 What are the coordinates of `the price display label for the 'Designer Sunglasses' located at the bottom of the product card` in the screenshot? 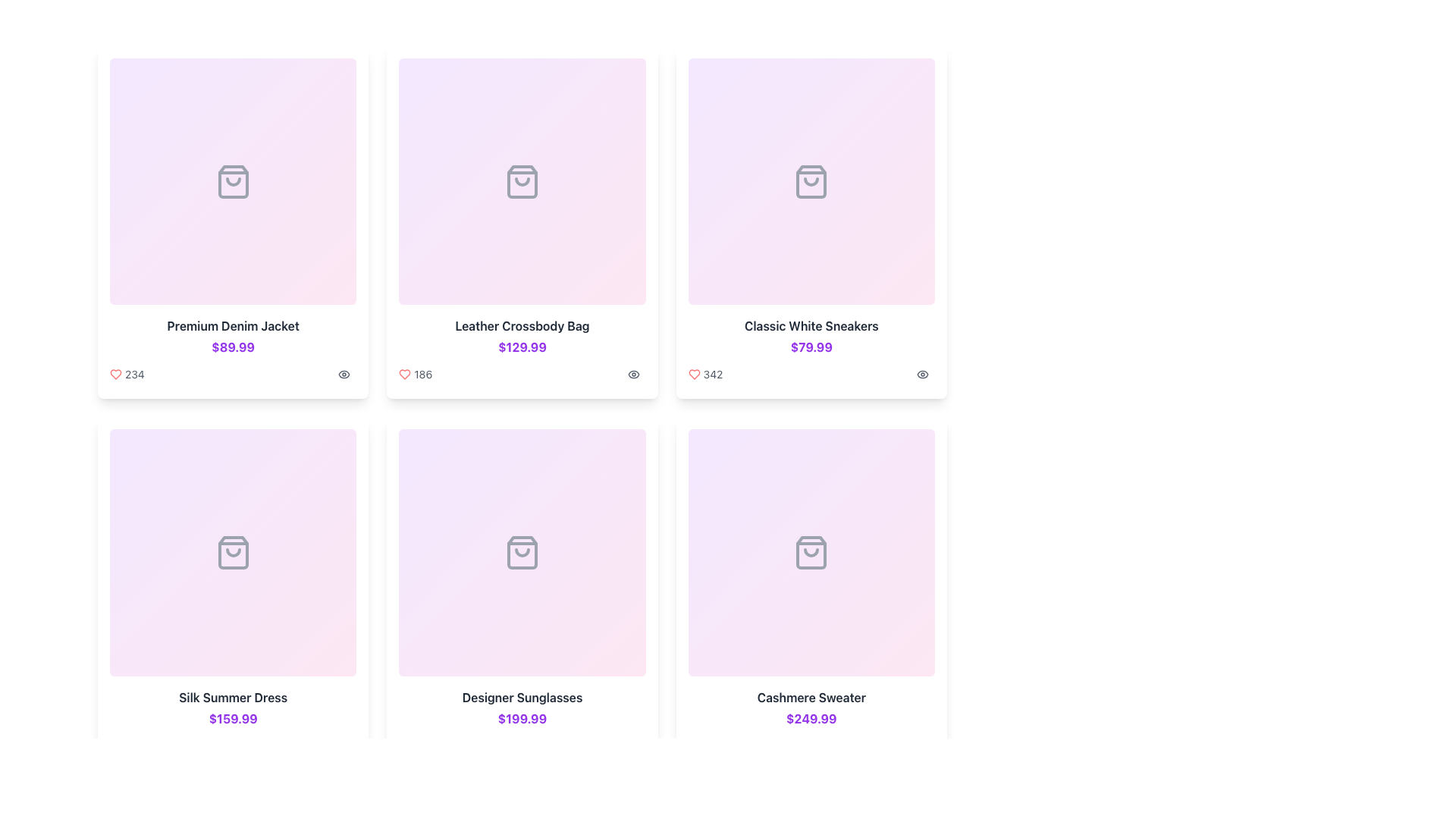 It's located at (522, 717).